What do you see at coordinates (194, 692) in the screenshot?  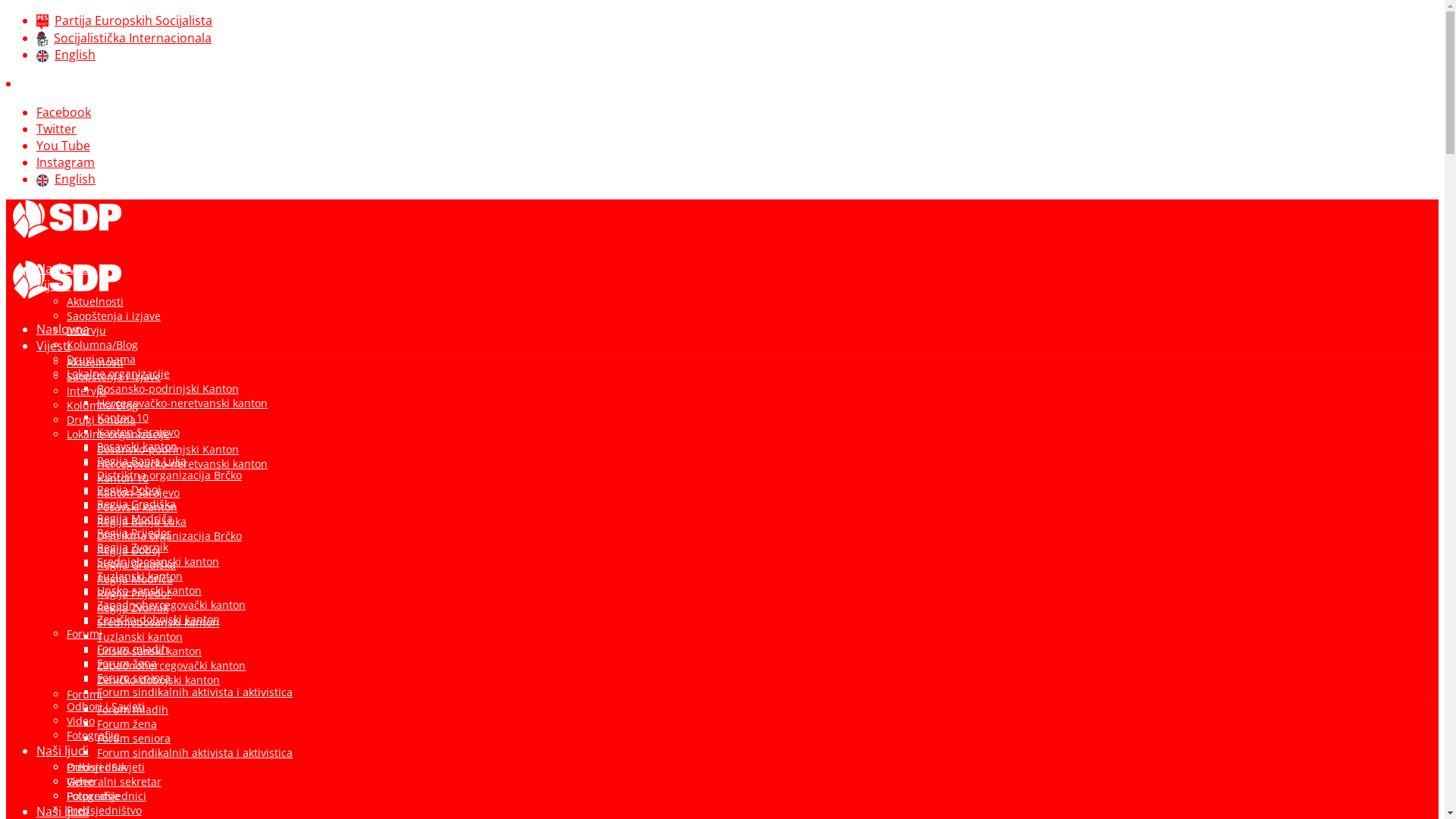 I see `'Forum sindikalnih aktivista i aktivistica'` at bounding box center [194, 692].